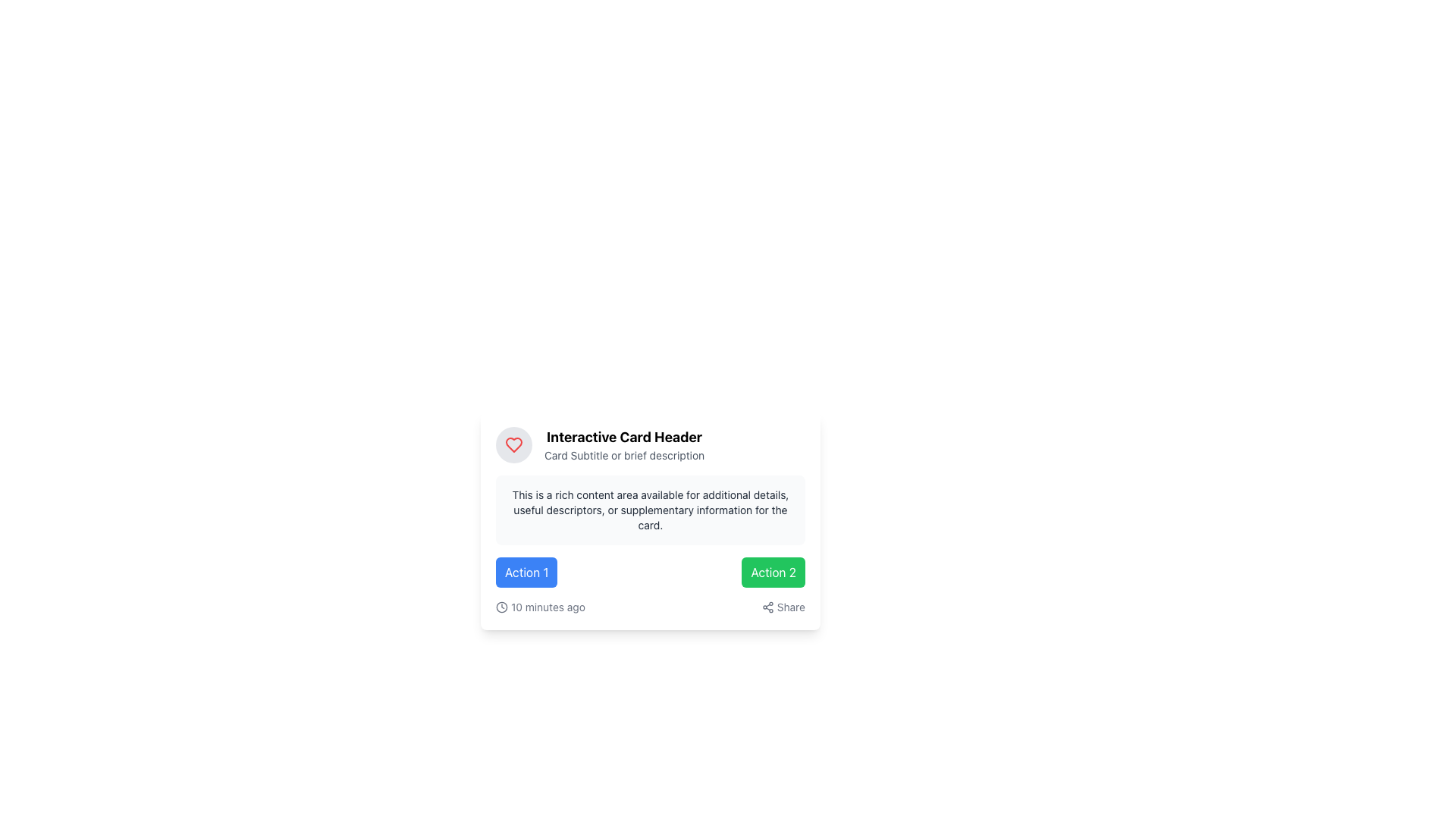 The image size is (1456, 819). Describe the element at coordinates (651, 607) in the screenshot. I see `the 'Share' button located at the bottom of the card component, which also displays the event time ('10 minutes ago')` at that location.